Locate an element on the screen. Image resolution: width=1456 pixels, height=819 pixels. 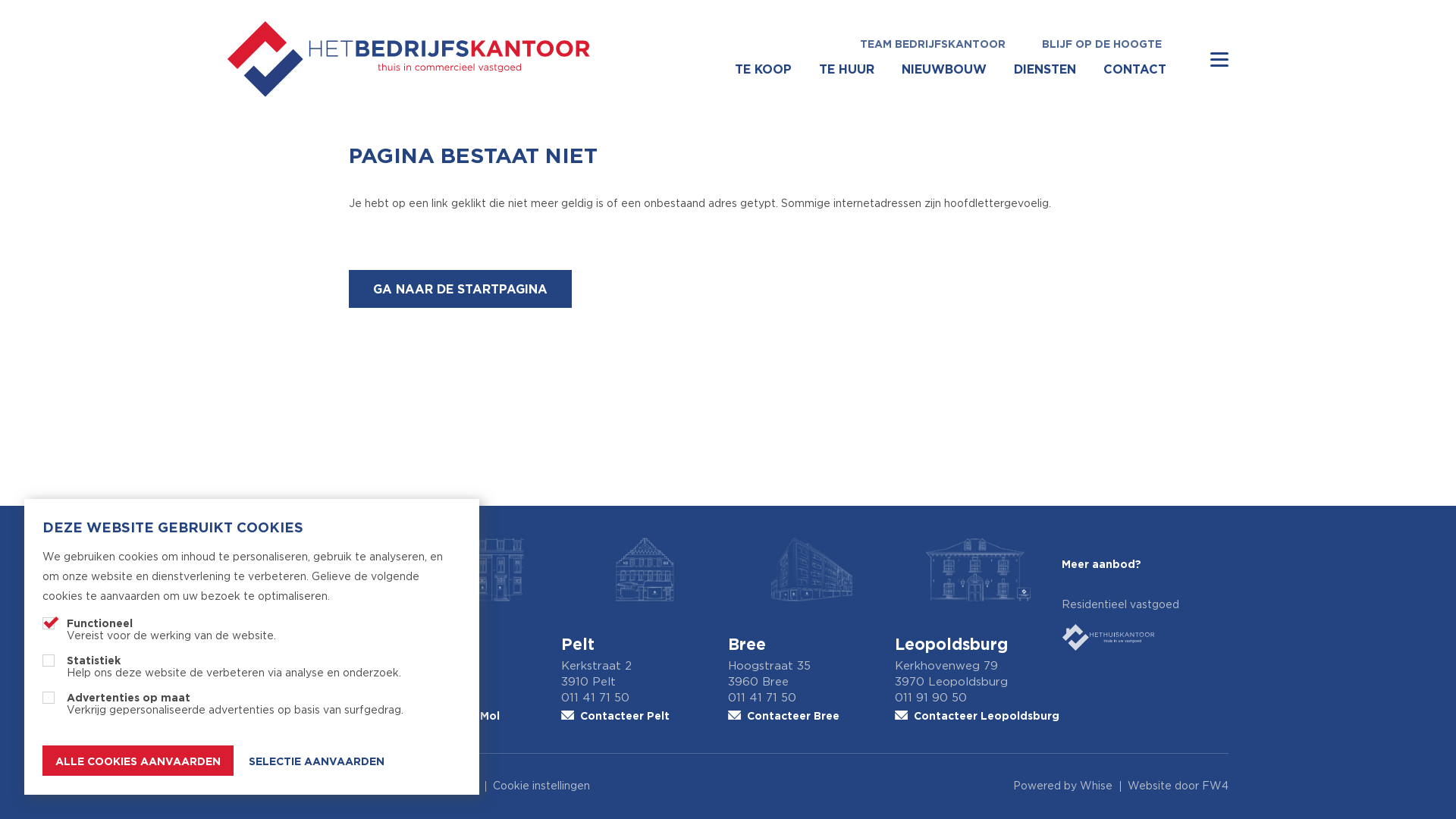
'TEAM BEDRIJFSKANTOOR' is located at coordinates (840, 42).